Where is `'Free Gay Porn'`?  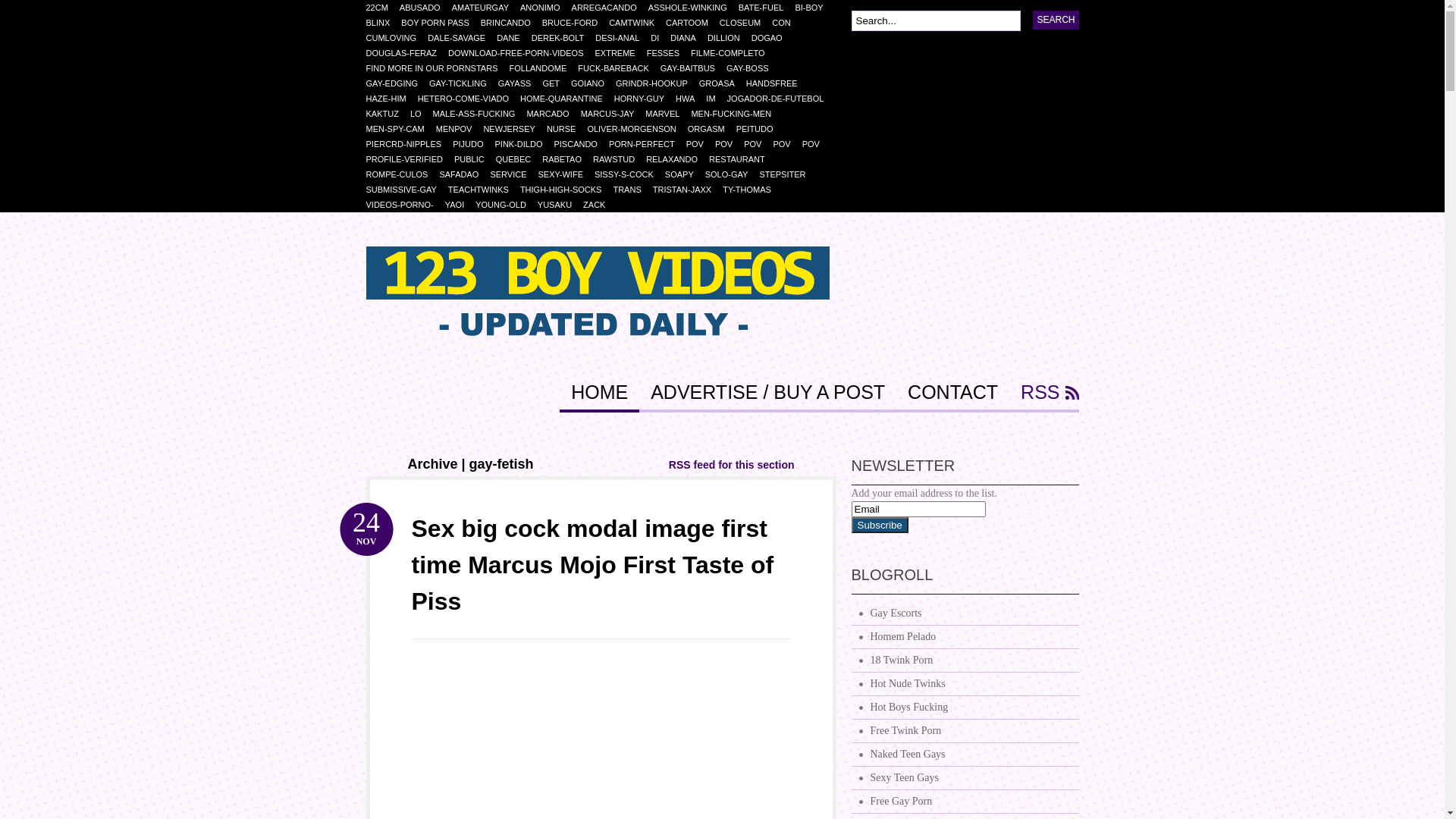
'Free Gay Porn' is located at coordinates (964, 801).